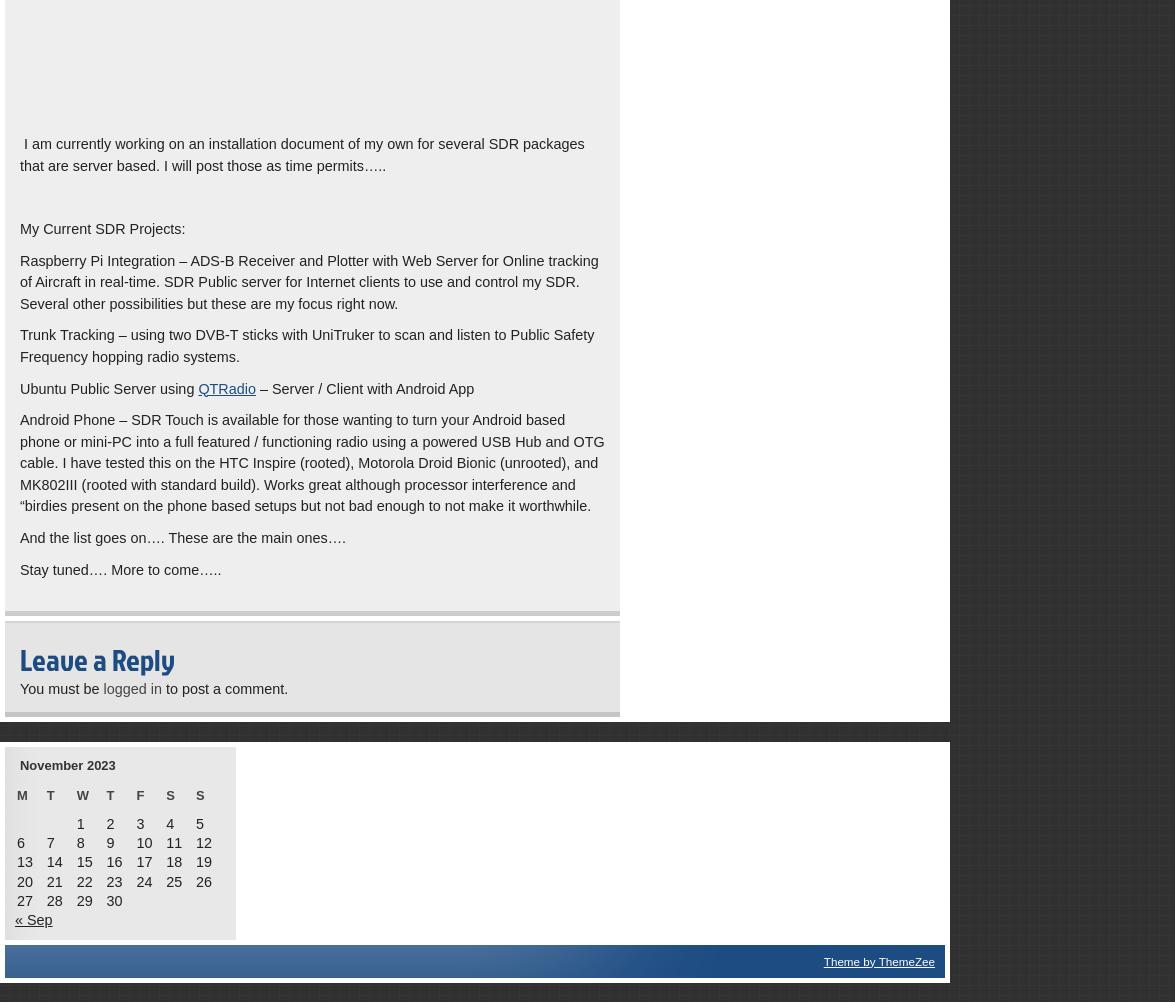  I want to click on 'F', so click(139, 793).